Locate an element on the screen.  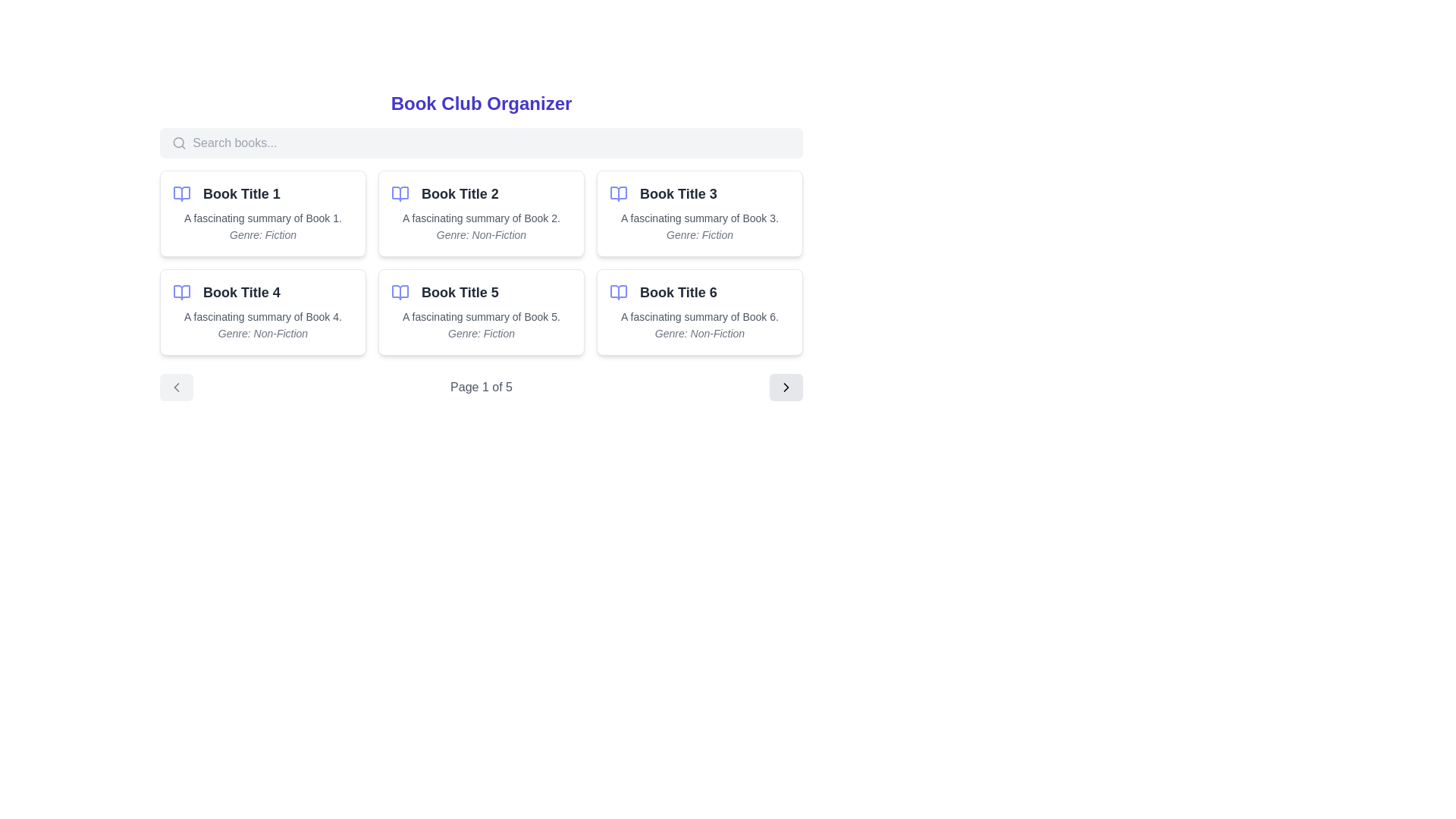
the book entry card in the 'Book Club Organizer' collection located in the bottom-right corner of the grid layout is located at coordinates (698, 312).